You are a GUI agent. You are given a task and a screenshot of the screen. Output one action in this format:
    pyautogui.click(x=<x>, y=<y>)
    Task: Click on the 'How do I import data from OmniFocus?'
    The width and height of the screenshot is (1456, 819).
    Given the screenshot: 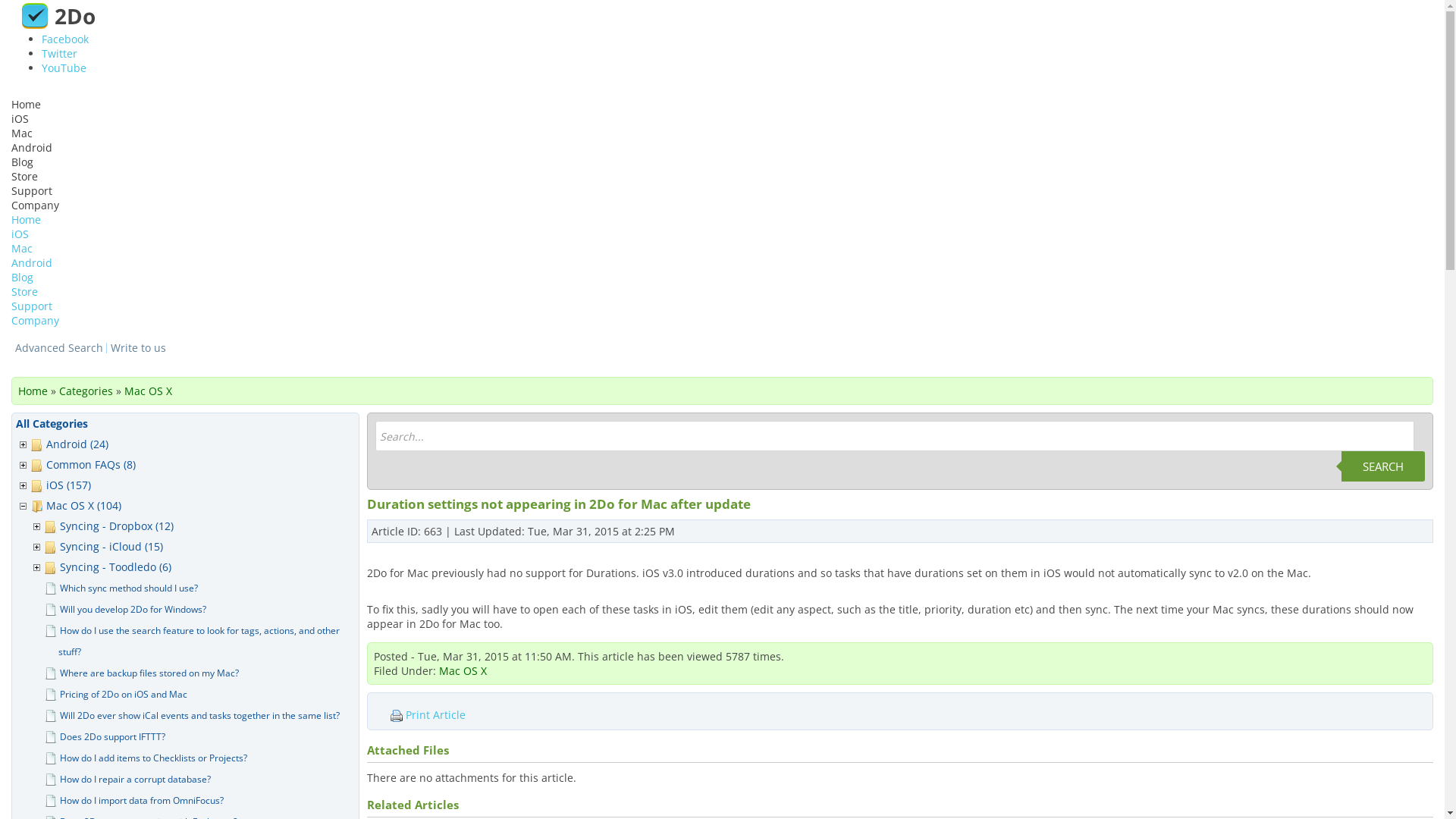 What is the action you would take?
    pyautogui.click(x=58, y=799)
    